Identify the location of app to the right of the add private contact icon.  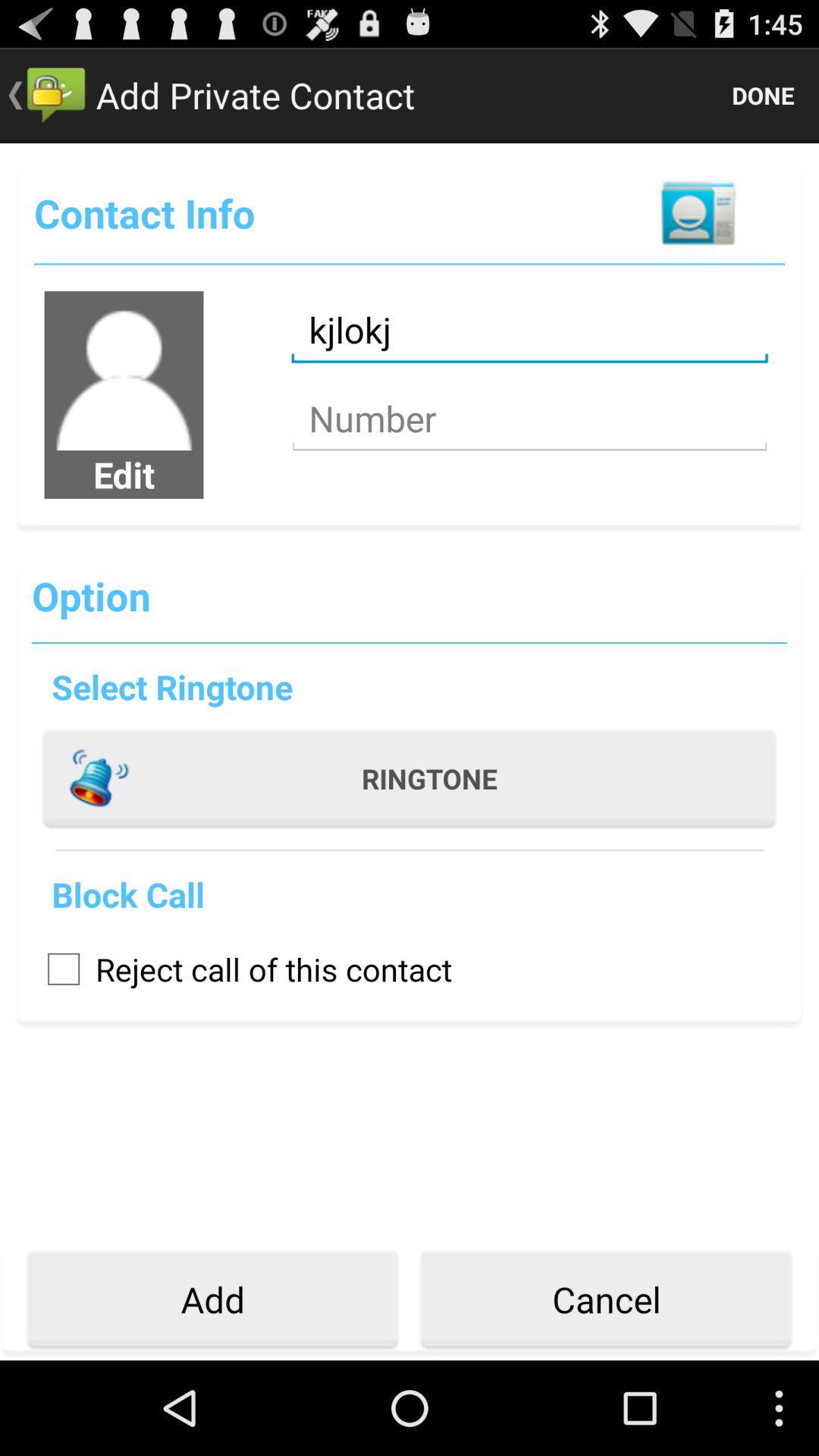
(763, 94).